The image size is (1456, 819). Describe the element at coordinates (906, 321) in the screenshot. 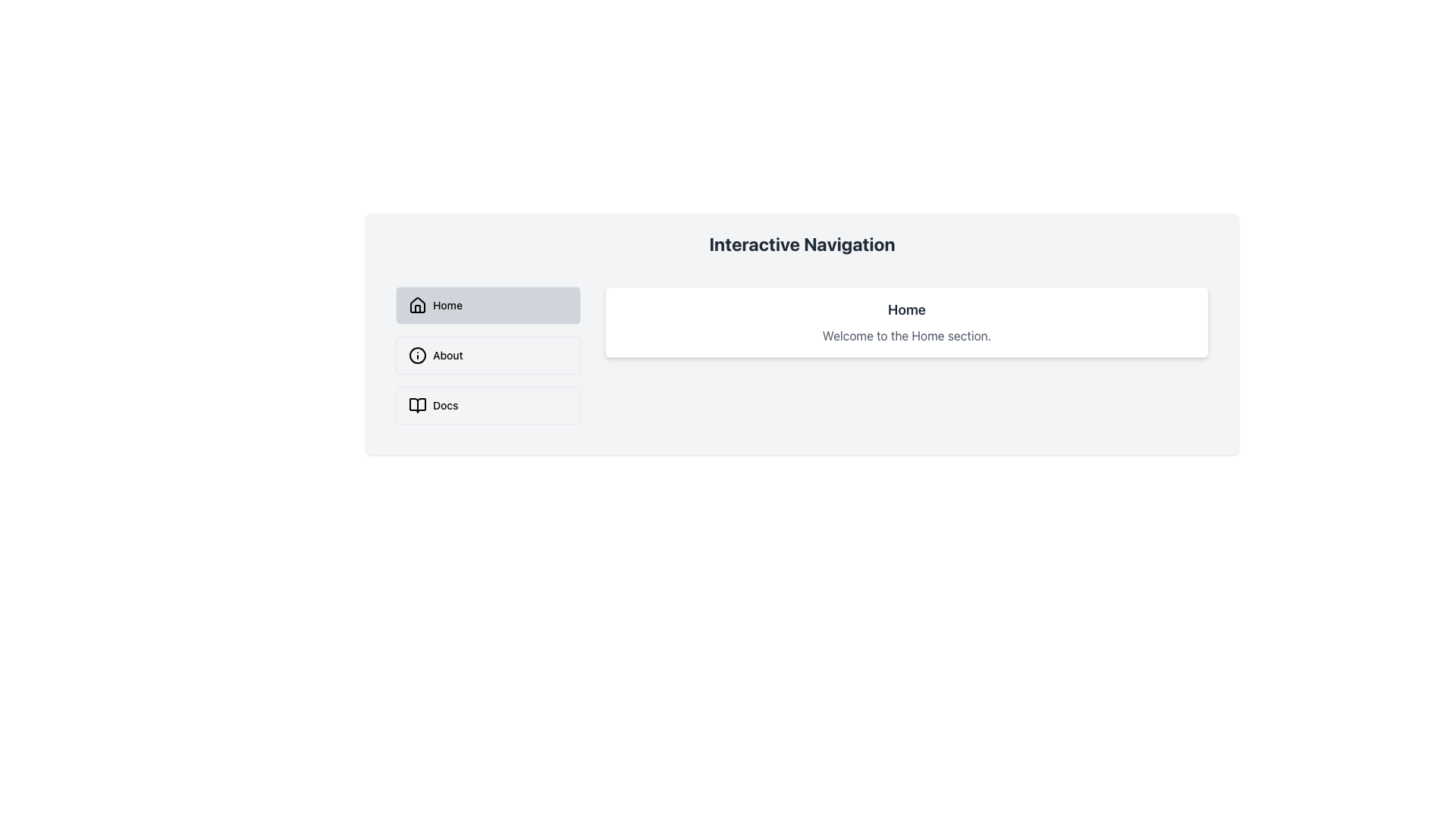

I see `the informational Text panel located in the main content area below the 'Interactive Navigation' header` at that location.